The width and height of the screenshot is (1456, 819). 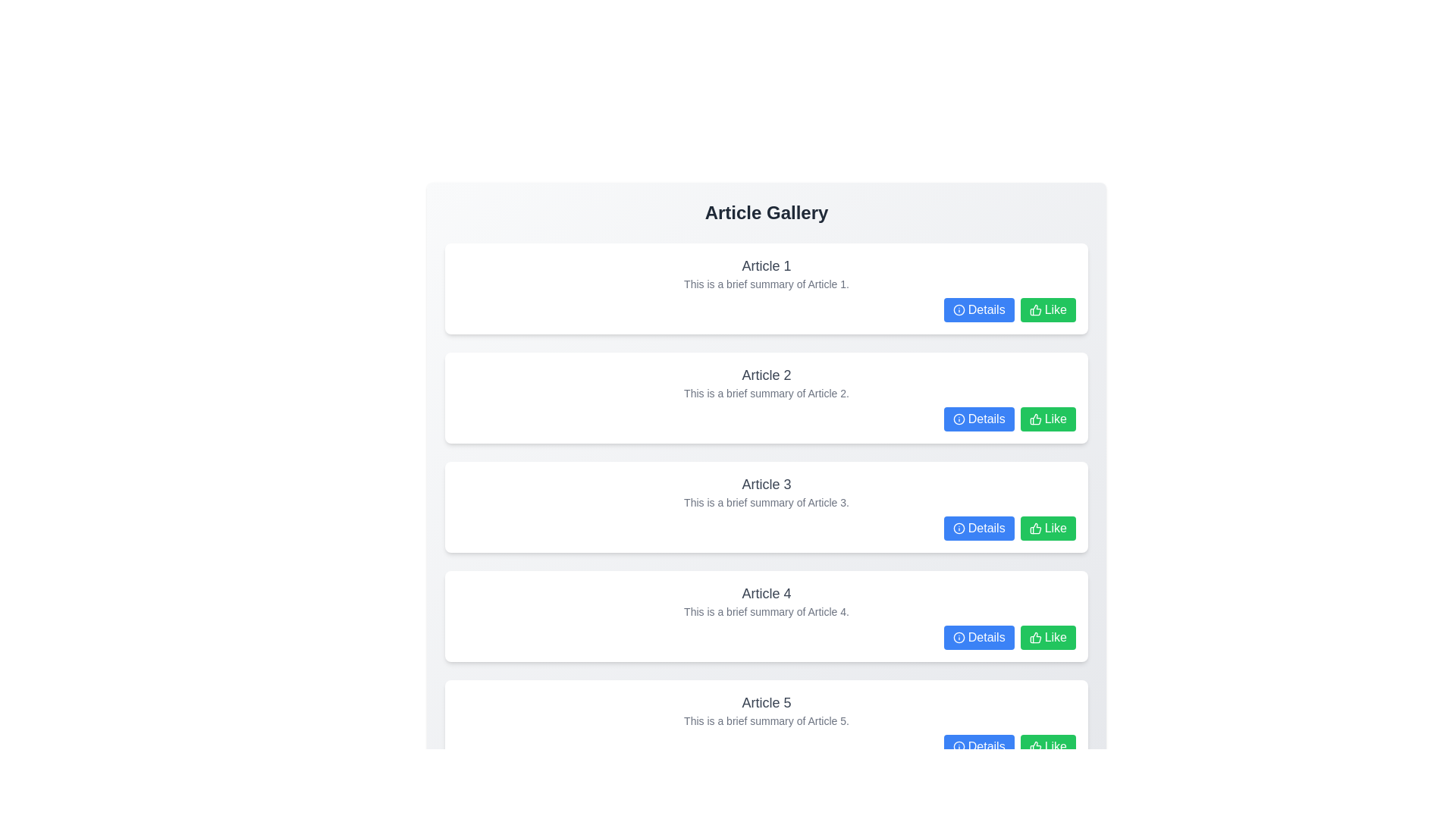 I want to click on the static text element displaying the summary of 'Article 3', which is styled with a small font size and gray color, positioned directly beneath the title 'Article 3', so click(x=767, y=503).